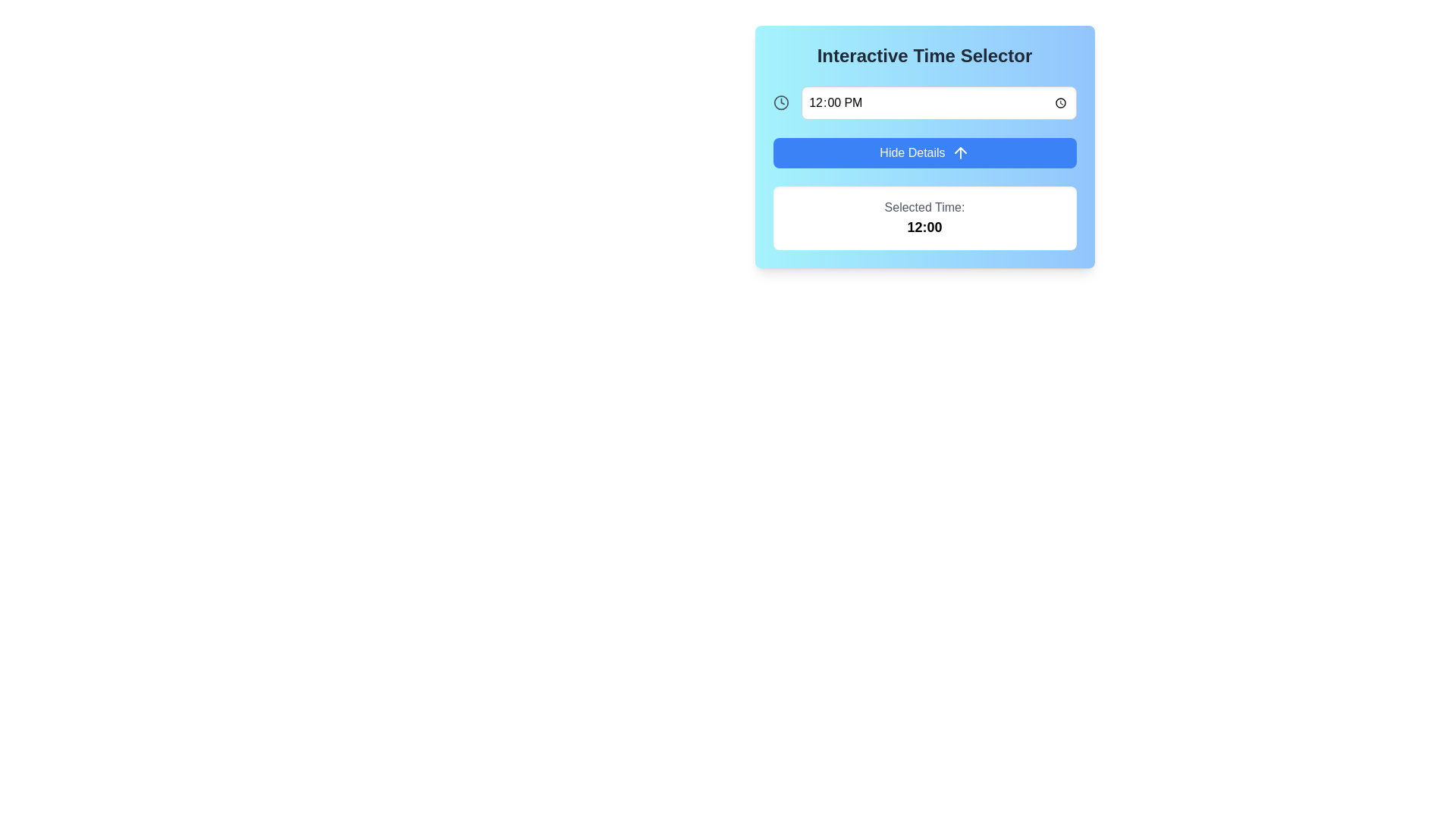 Image resolution: width=1456 pixels, height=819 pixels. What do you see at coordinates (924, 207) in the screenshot?
I see `the label displaying 'Selected Time:' which is located in a white rounded box beneath the blue button labeled 'Hide Details ↑'` at bounding box center [924, 207].